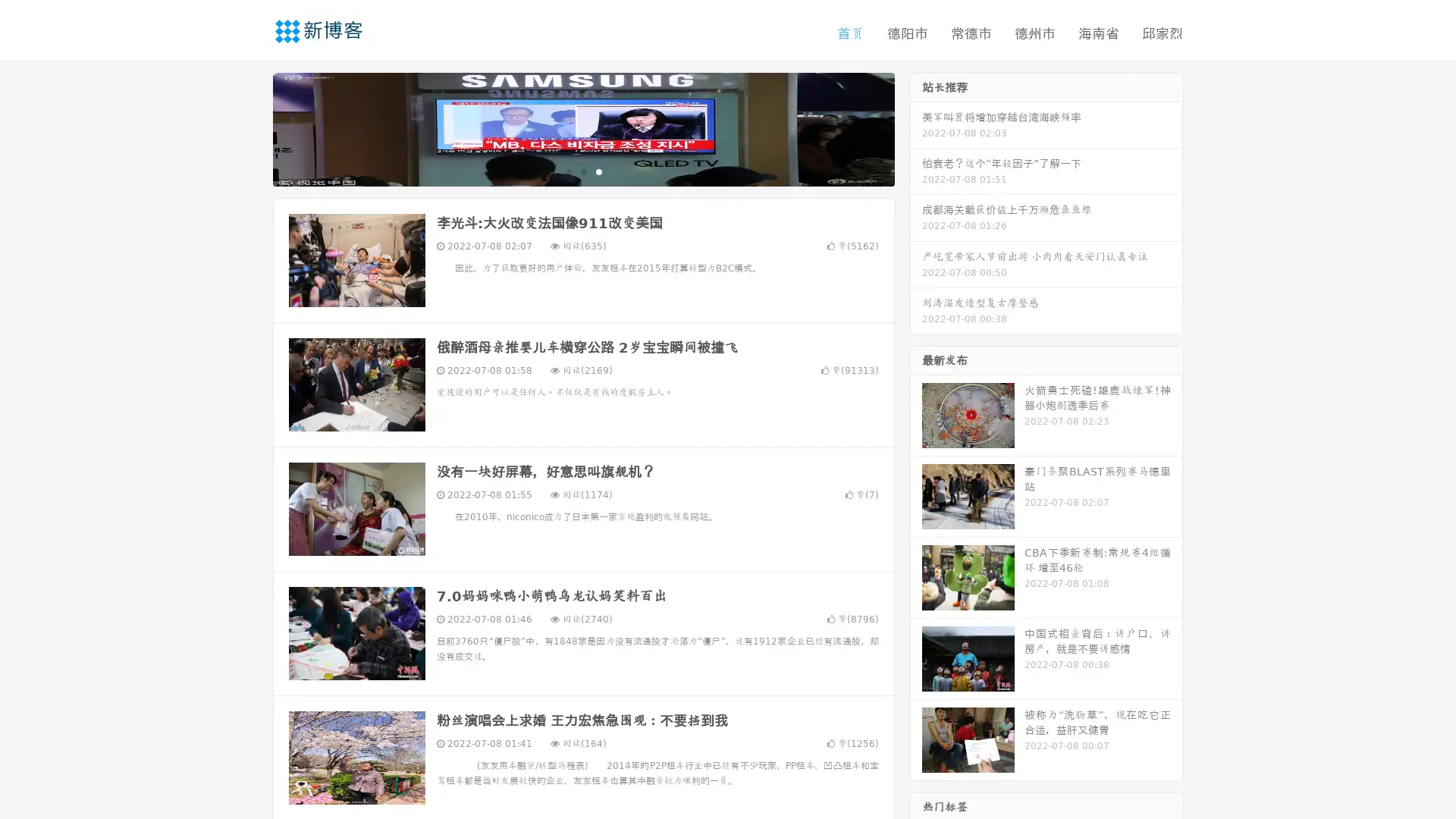  I want to click on Previous slide, so click(250, 127).